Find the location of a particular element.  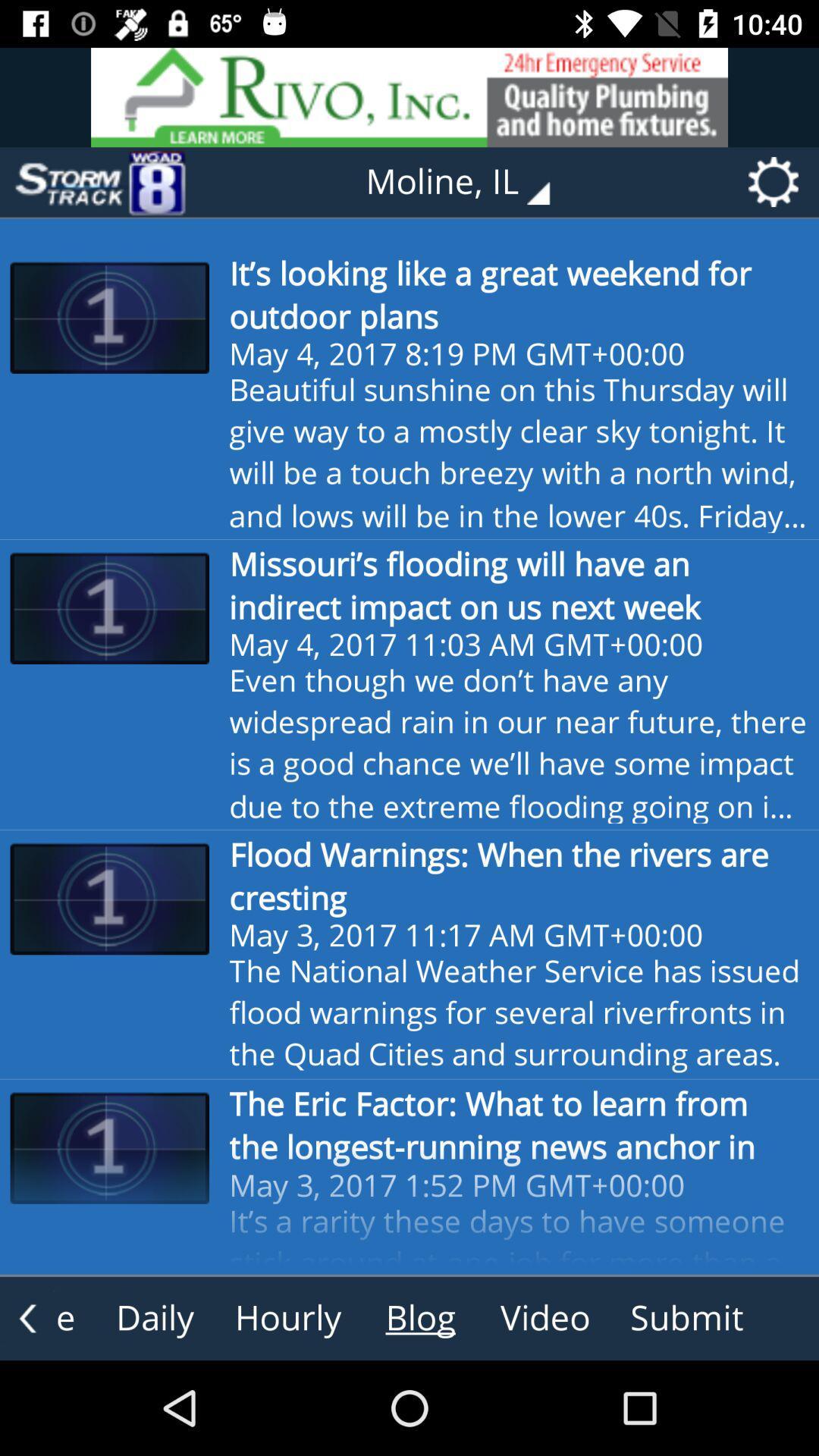

the arrow_backward icon is located at coordinates (27, 1317).